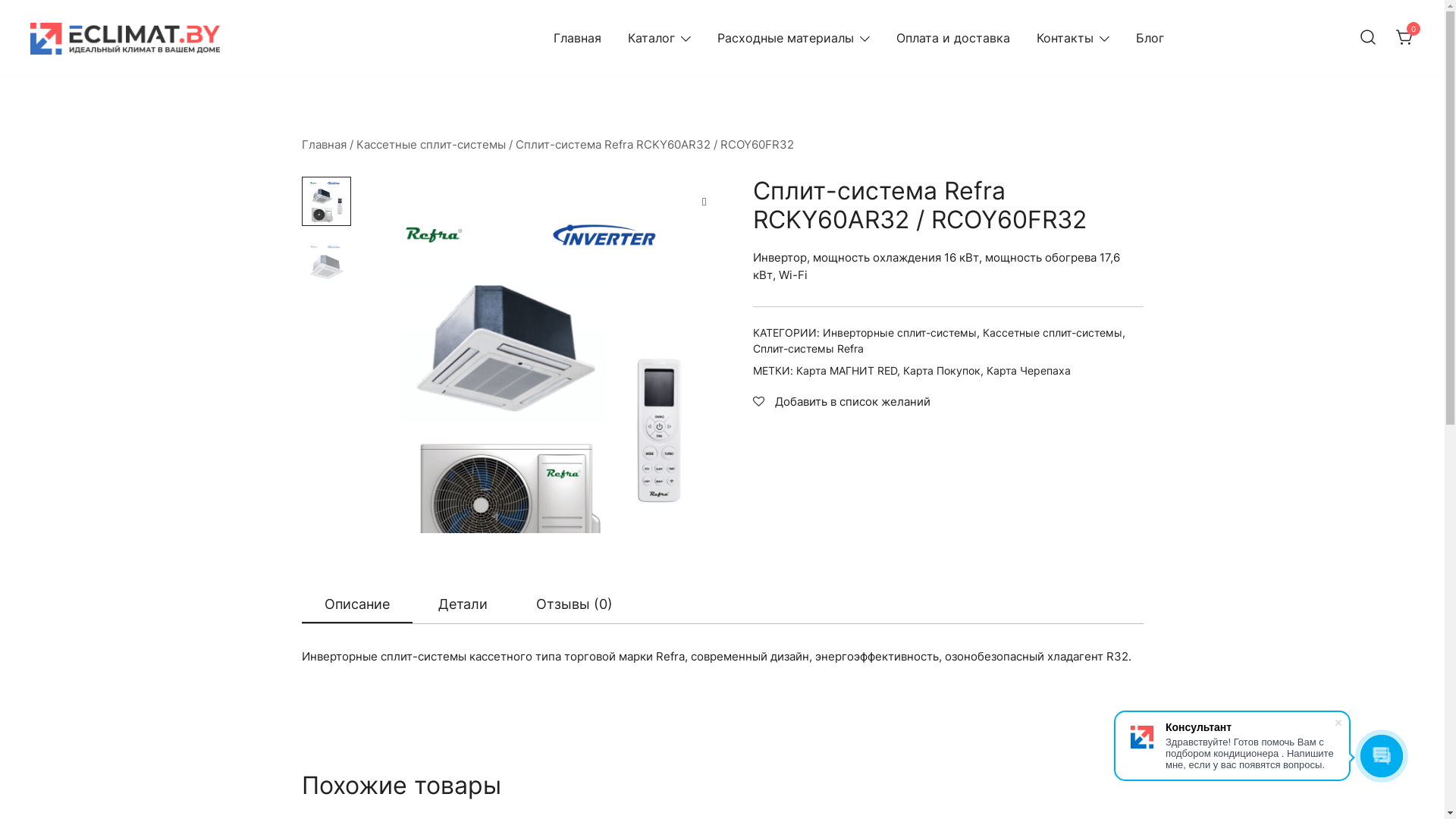 This screenshot has height=819, width=1456. I want to click on '0', so click(1395, 36).